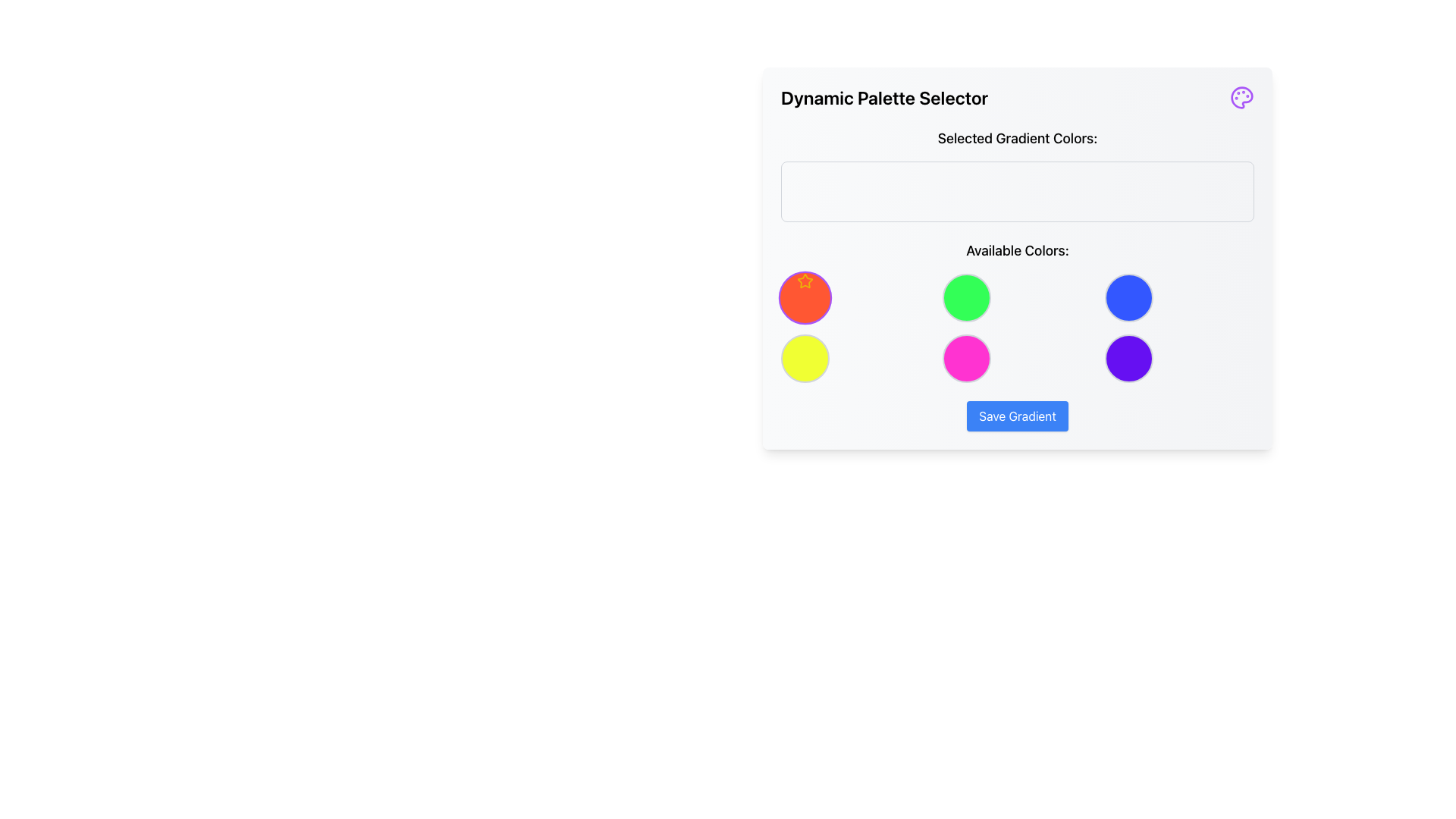 Image resolution: width=1456 pixels, height=819 pixels. What do you see at coordinates (1018, 250) in the screenshot?
I see `the text label that reads 'Available Colors:' which is styled as a section heading with medium font weight, positioned centrally above a grid of circular colored selectors` at bounding box center [1018, 250].